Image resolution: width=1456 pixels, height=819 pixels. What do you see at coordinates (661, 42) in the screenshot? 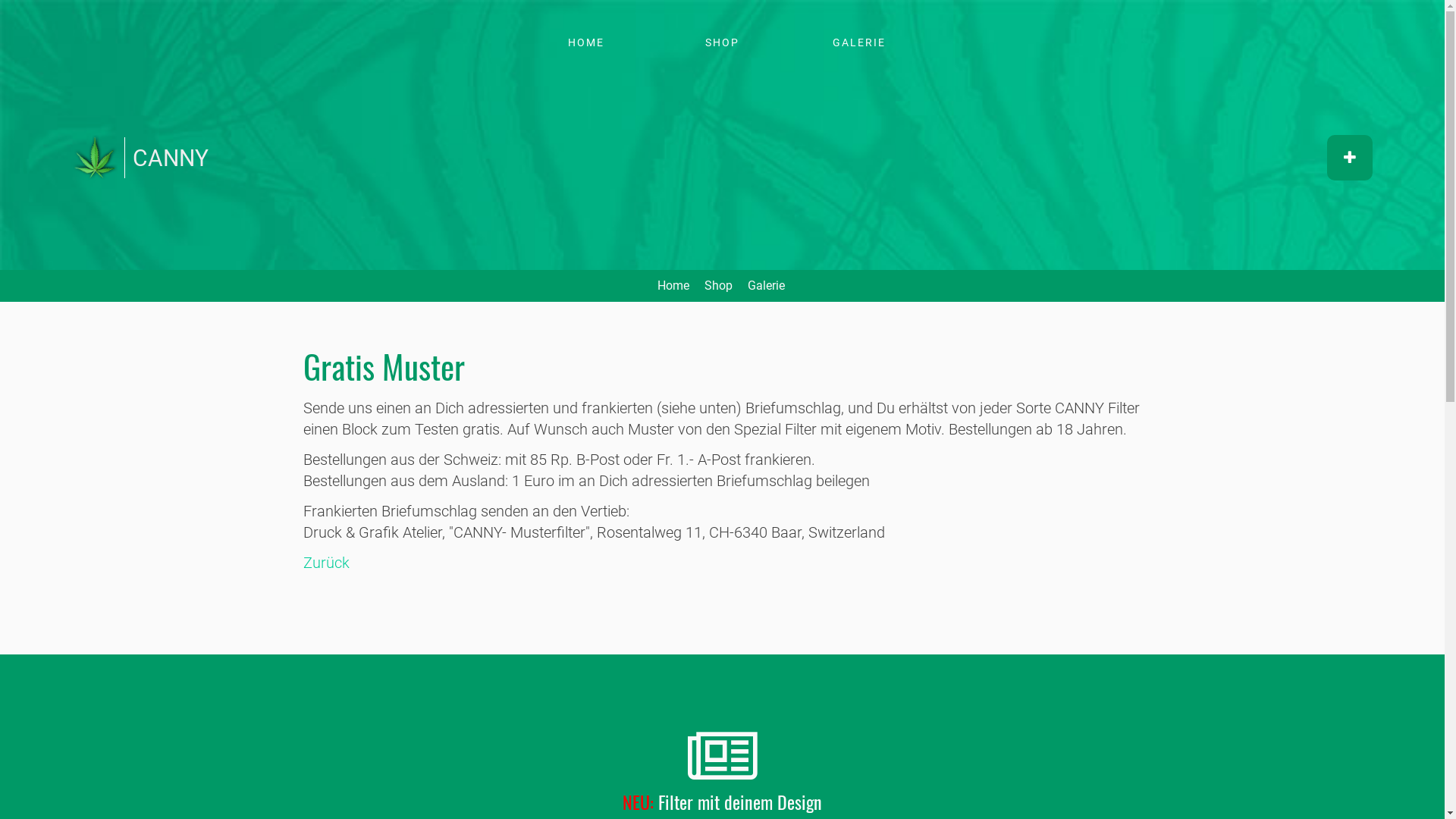
I see `'SHOP'` at bounding box center [661, 42].